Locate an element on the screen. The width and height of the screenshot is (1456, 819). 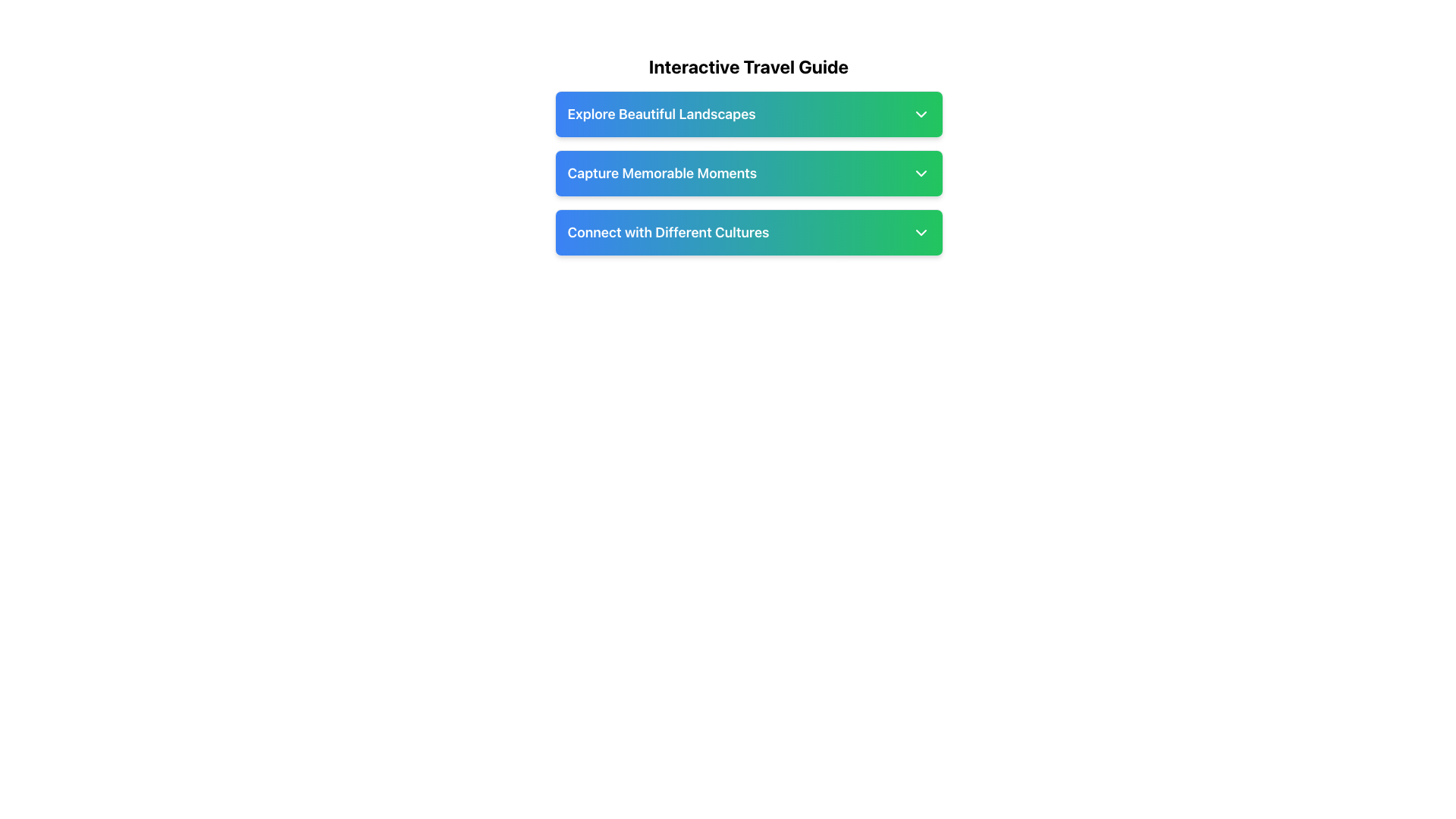
the third expandable panel titled 'Connect with Different Cultures' is located at coordinates (748, 233).